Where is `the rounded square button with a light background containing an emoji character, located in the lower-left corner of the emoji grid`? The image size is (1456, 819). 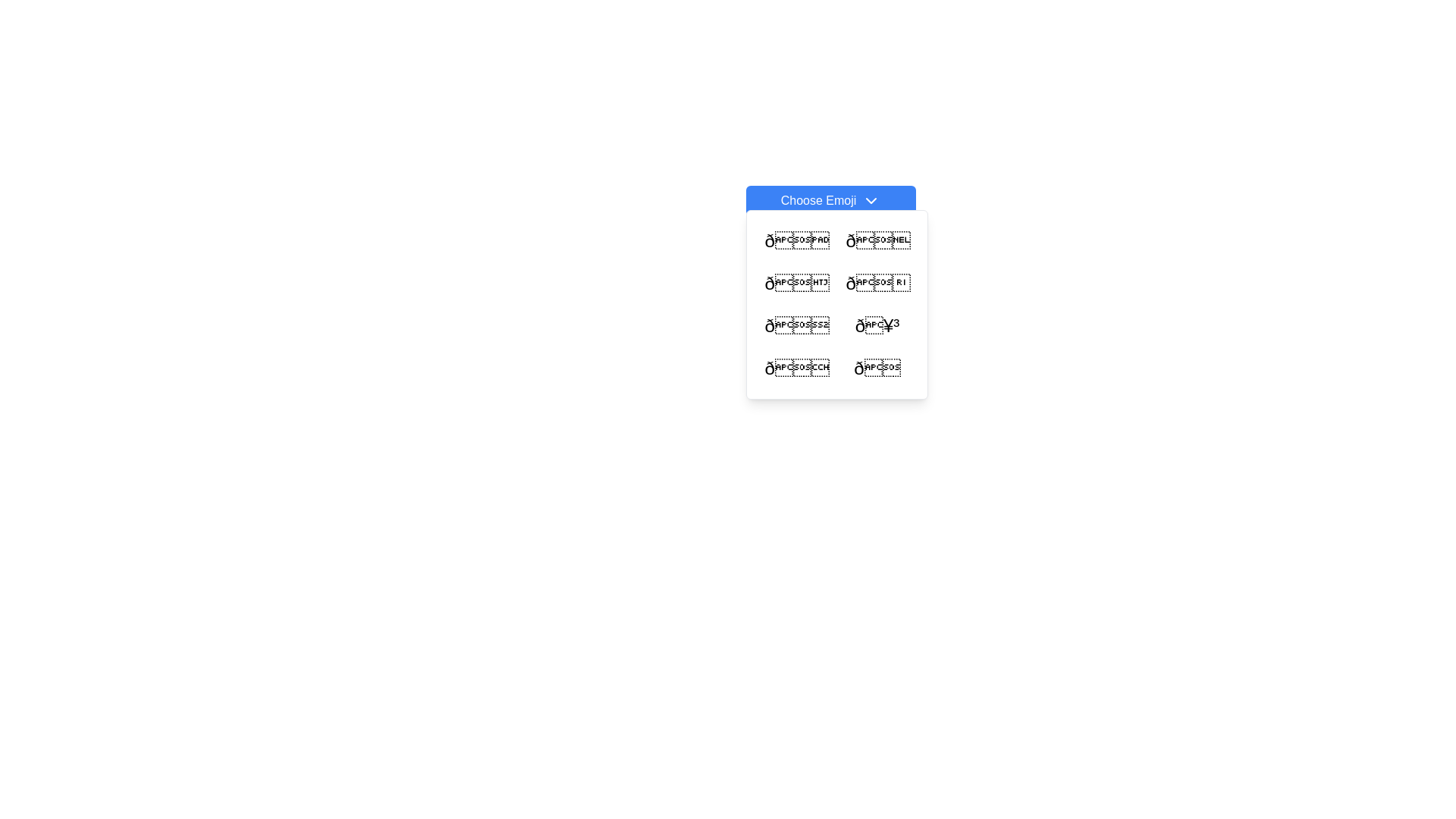
the rounded square button with a light background containing an emoji character, located in the lower-left corner of the emoji grid is located at coordinates (795, 369).